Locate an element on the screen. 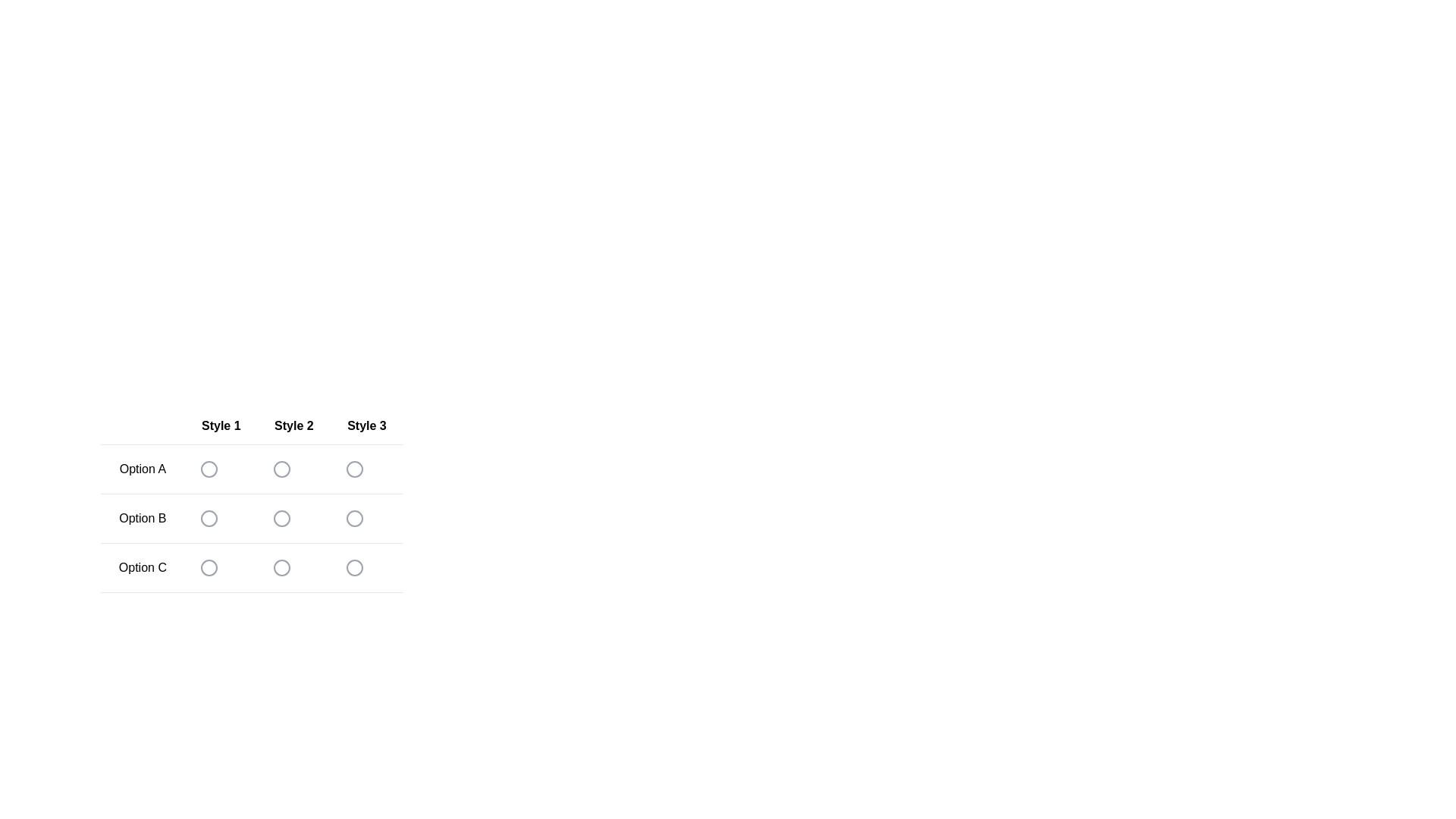 This screenshot has width=1456, height=819. the 'Option C' radio button in the 'Style 2' column is located at coordinates (281, 567).